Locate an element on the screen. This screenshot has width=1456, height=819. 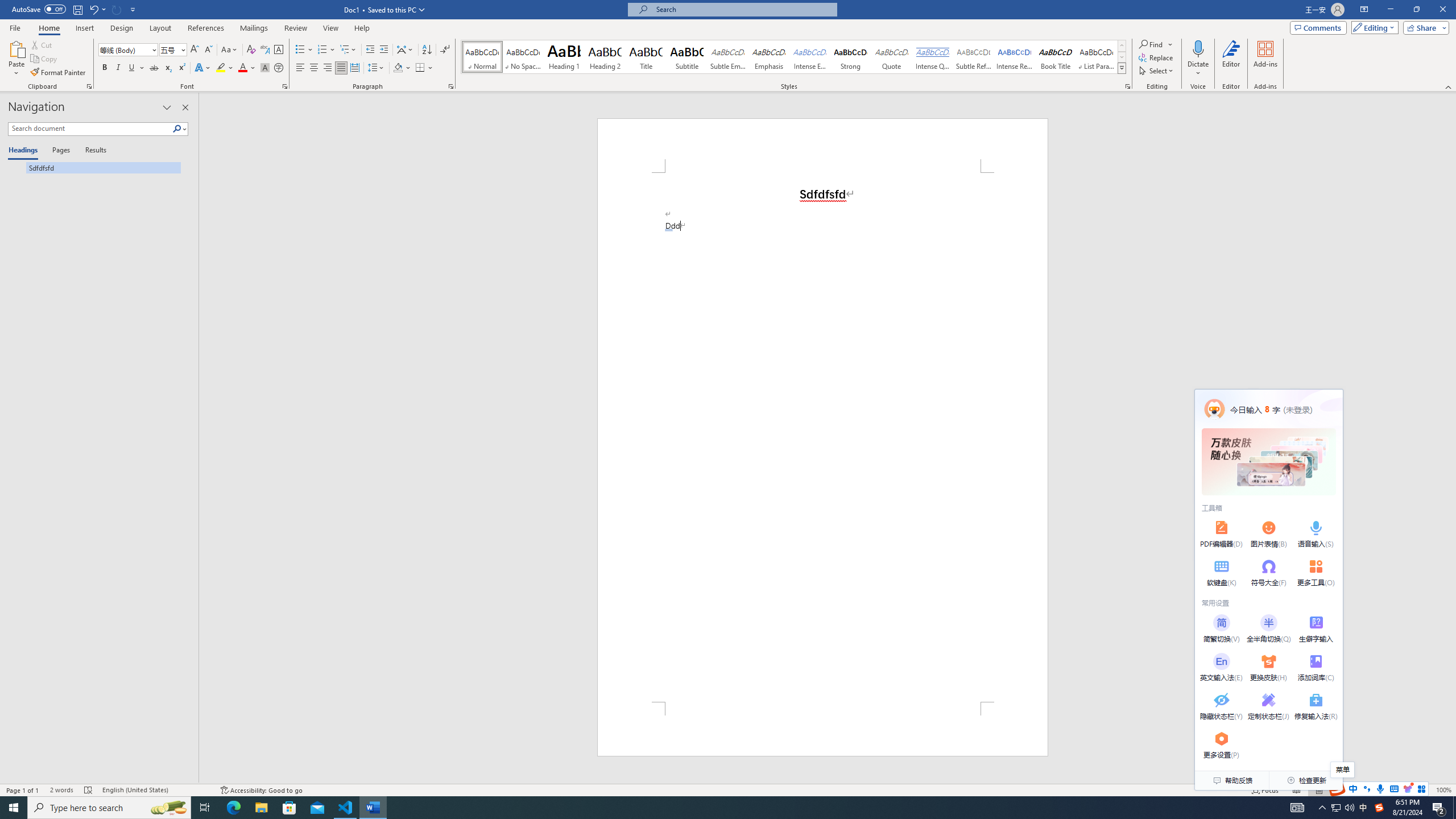
'Intense Reference' is located at coordinates (1015, 56).